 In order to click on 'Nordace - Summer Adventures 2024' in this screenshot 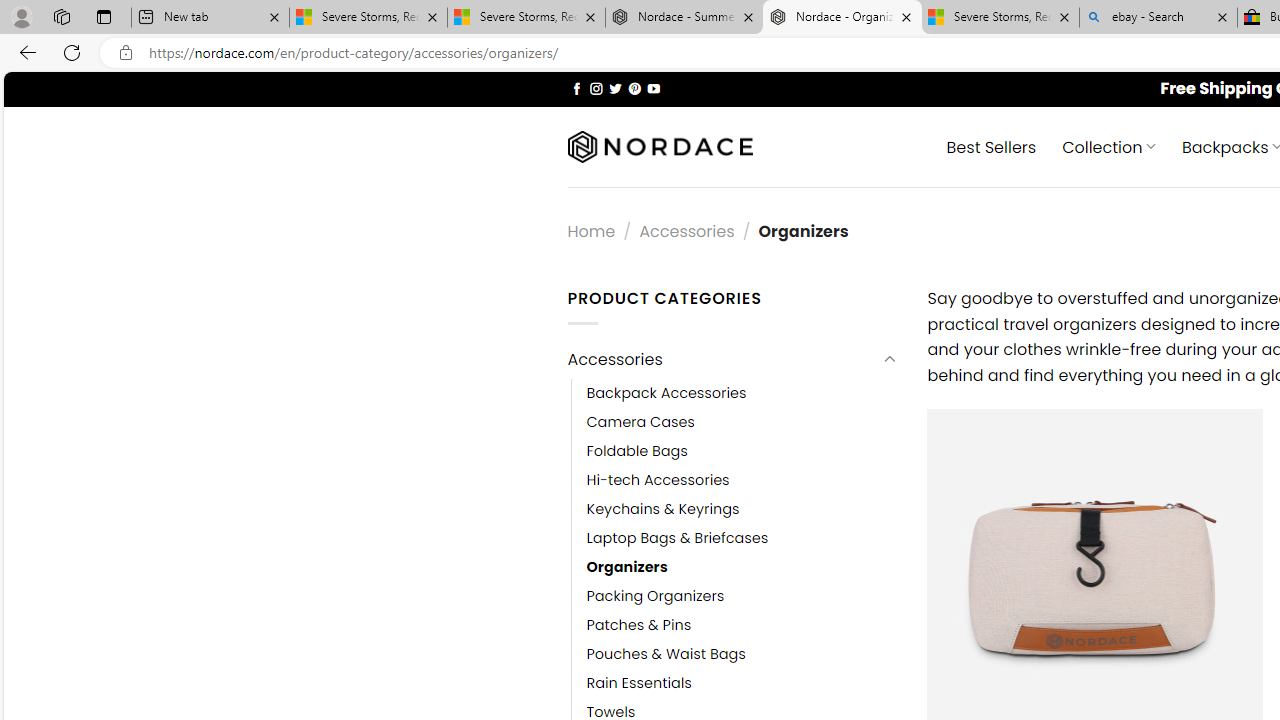, I will do `click(684, 17)`.